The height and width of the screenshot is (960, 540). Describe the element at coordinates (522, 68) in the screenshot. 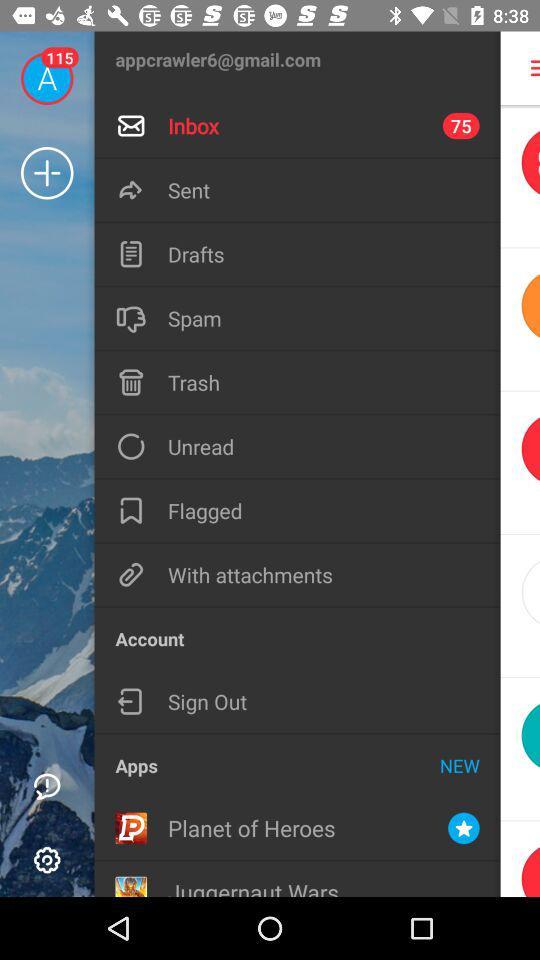

I see `the more icon` at that location.